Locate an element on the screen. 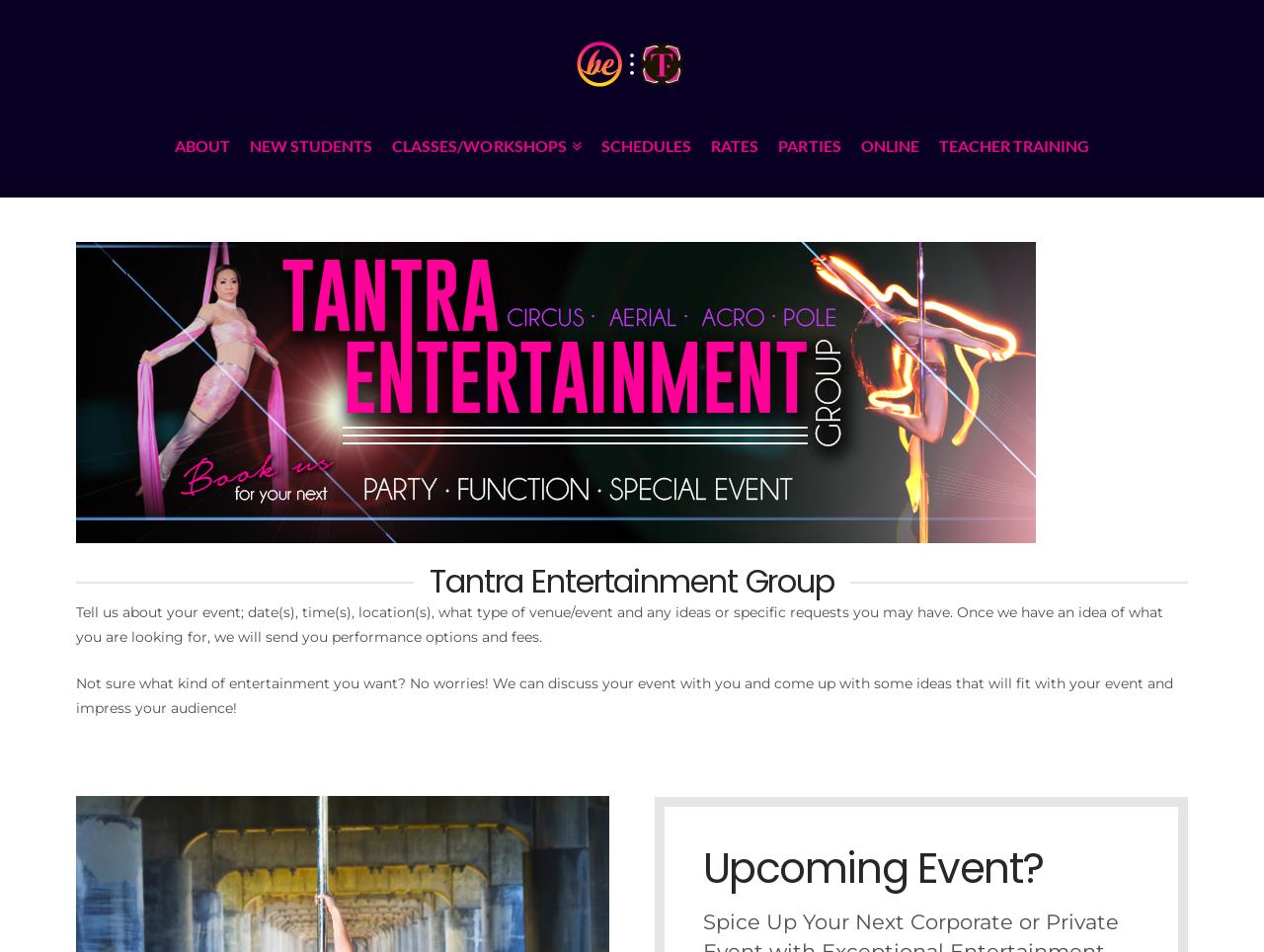 The image size is (1264, 952). 'CLASSES/WORKSHOPS' is located at coordinates (392, 145).